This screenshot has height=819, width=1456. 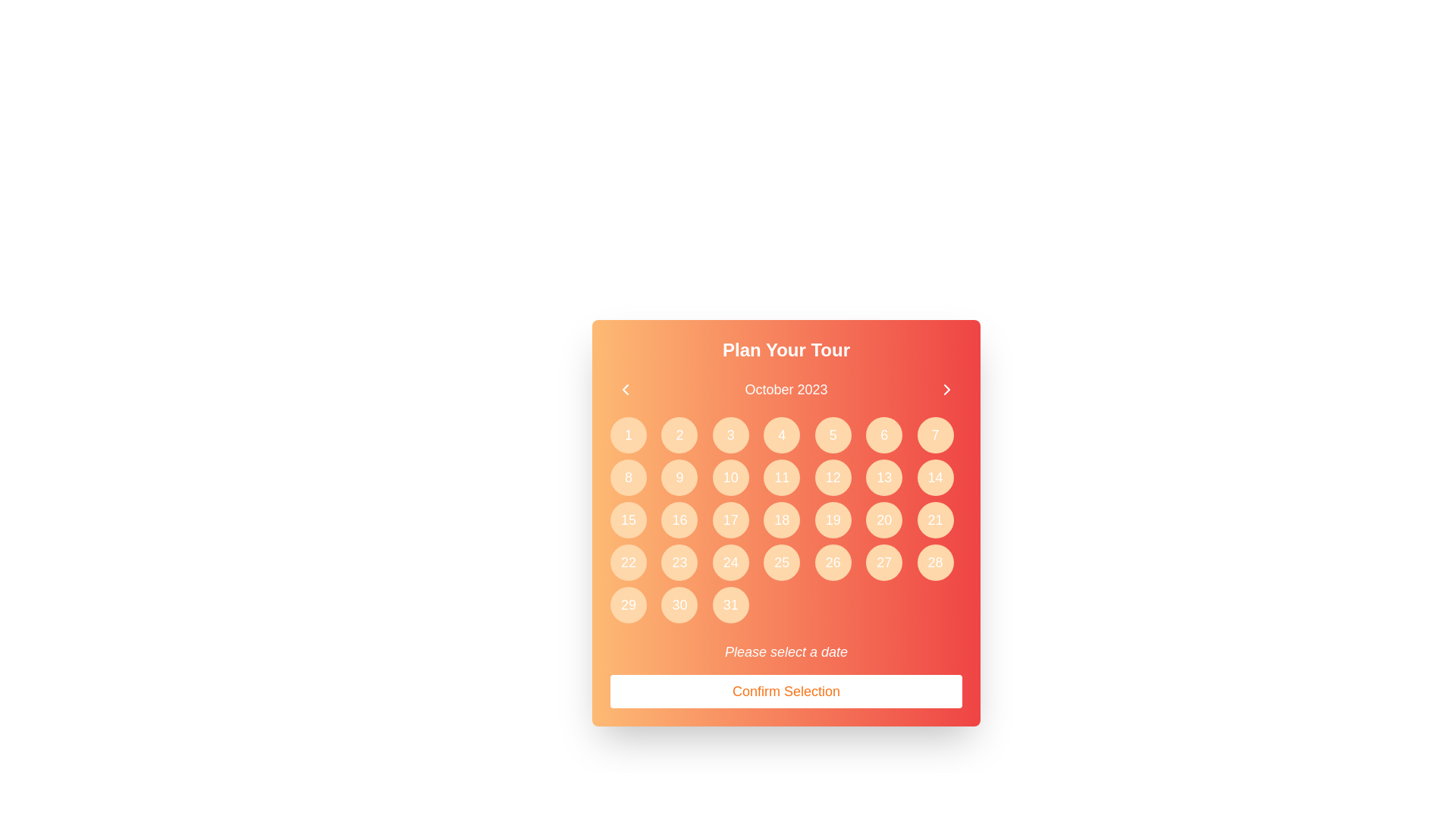 What do you see at coordinates (934, 562) in the screenshot?
I see `the circular button with a cream background and the number '28' at its center, located` at bounding box center [934, 562].